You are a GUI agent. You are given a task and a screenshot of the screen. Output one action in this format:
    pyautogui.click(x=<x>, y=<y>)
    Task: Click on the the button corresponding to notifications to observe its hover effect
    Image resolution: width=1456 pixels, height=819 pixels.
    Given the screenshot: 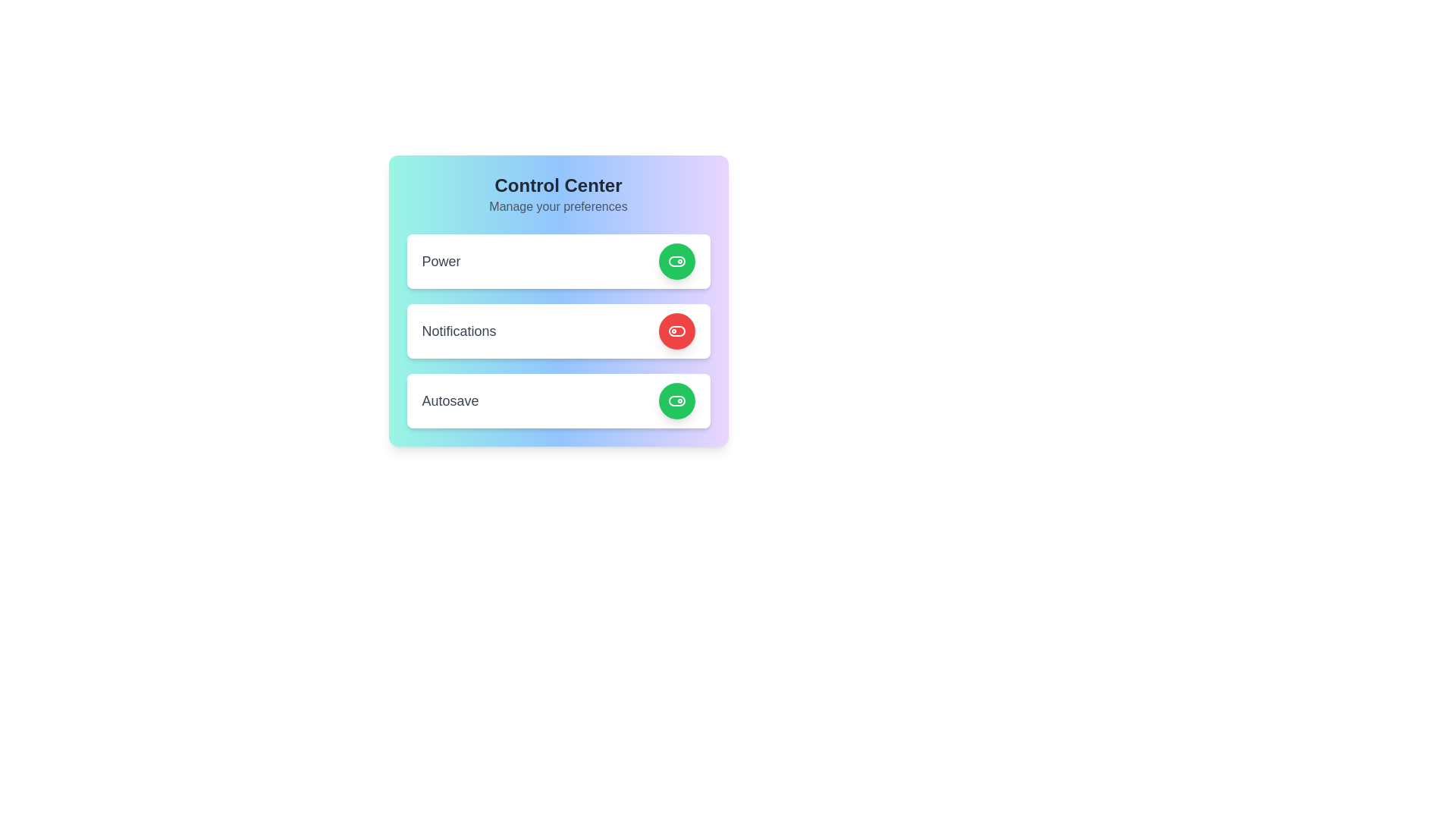 What is the action you would take?
    pyautogui.click(x=676, y=330)
    